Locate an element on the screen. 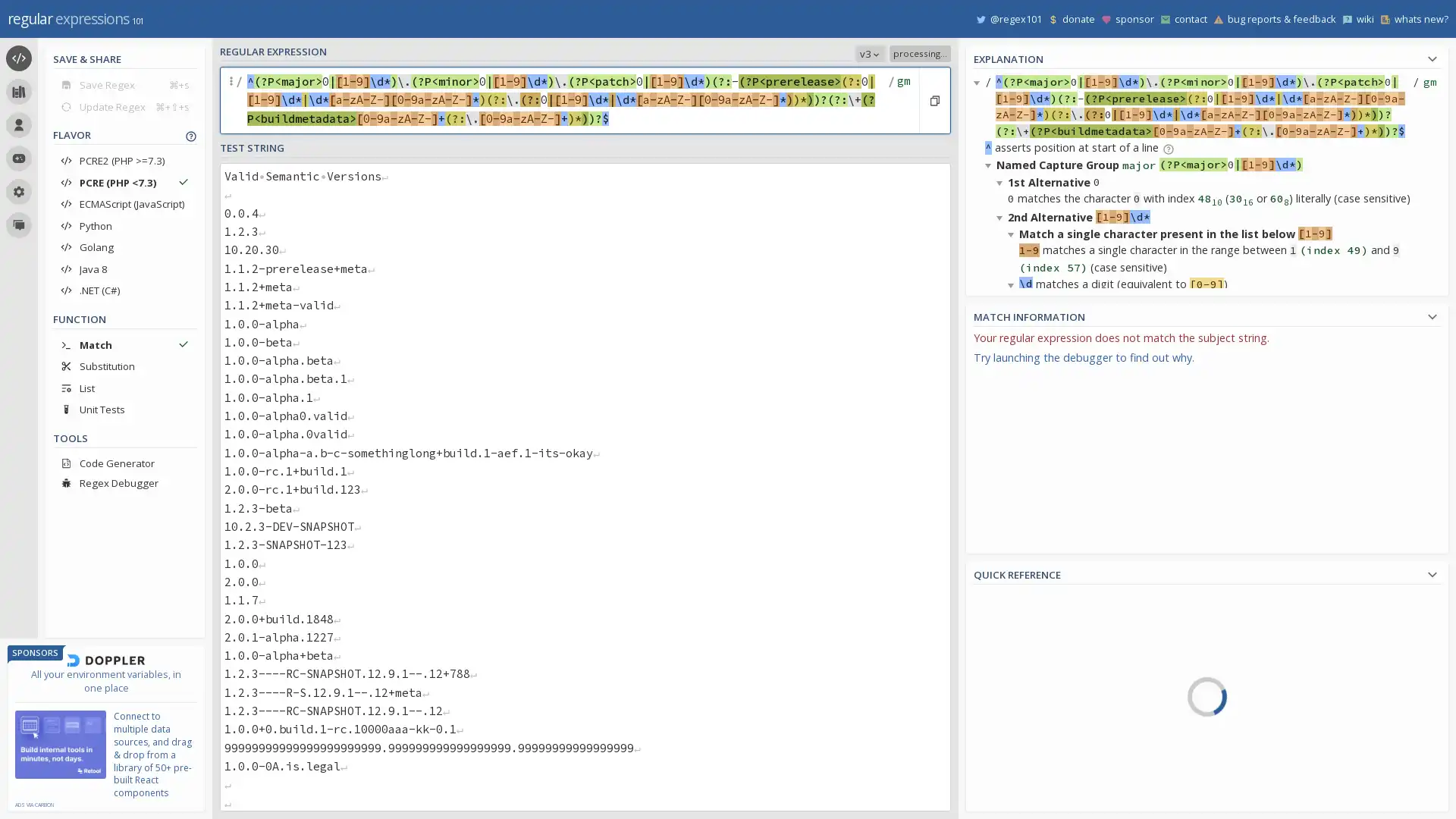  Meta Sequences is located at coordinates (1044, 716).